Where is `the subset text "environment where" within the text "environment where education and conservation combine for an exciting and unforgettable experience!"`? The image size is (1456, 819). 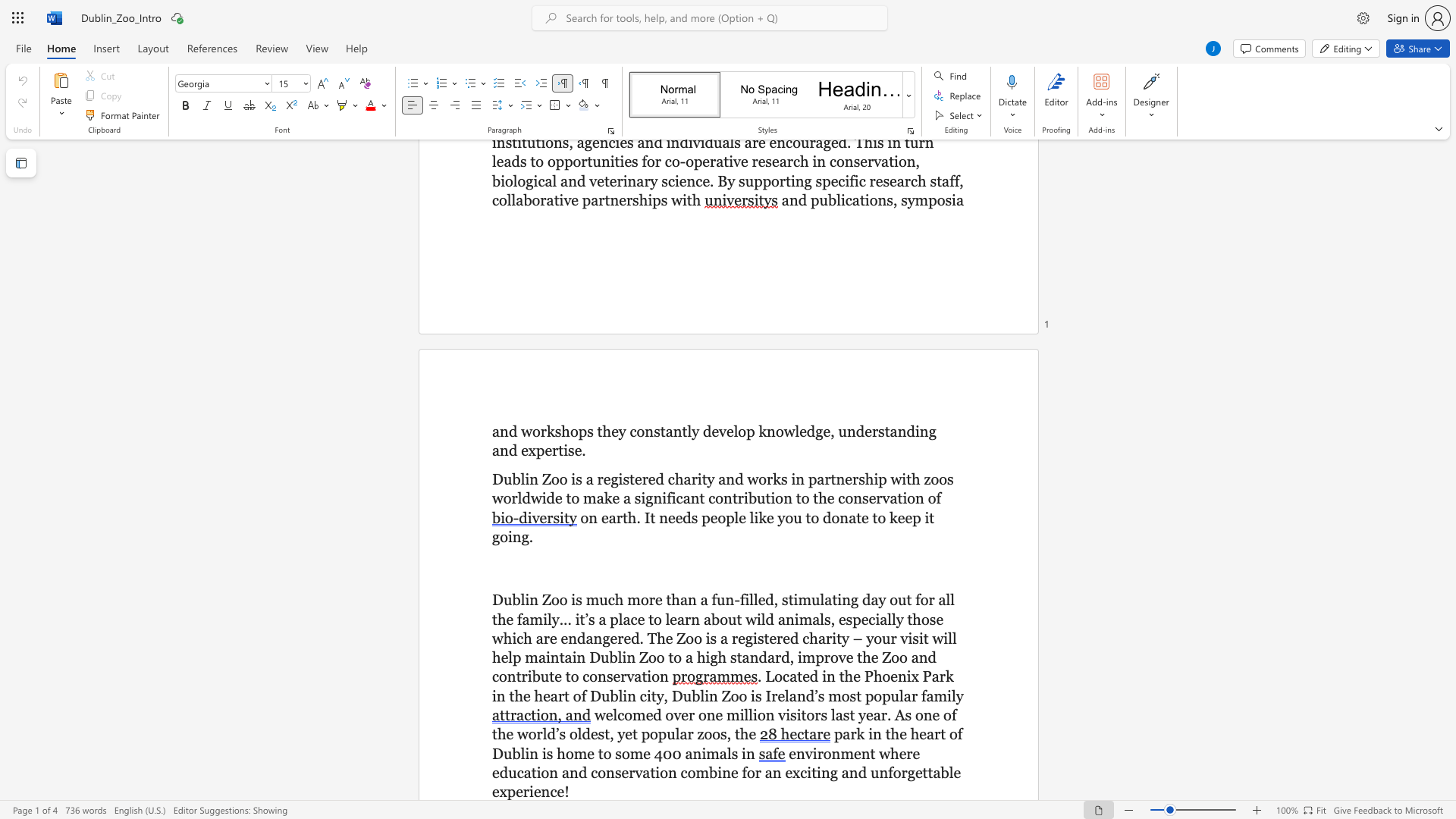 the subset text "environment where" within the text "environment where education and conservation combine for an exciting and unforgettable experience!" is located at coordinates (789, 753).